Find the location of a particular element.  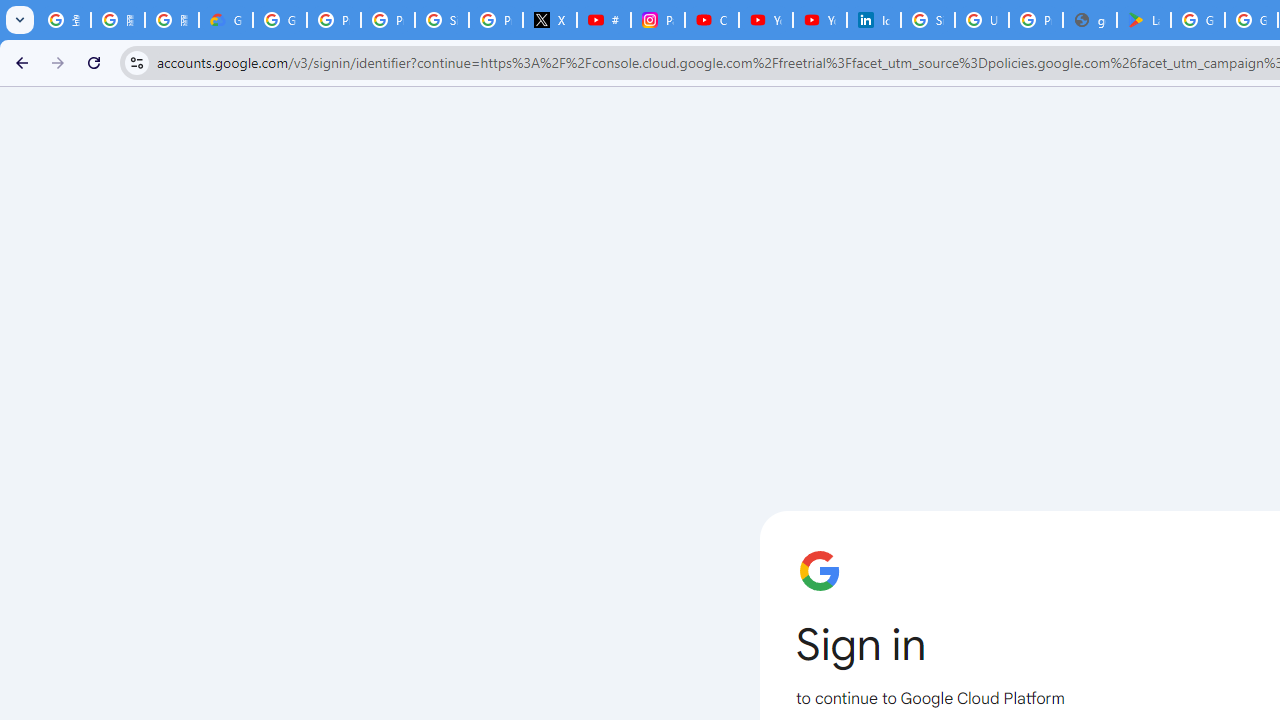

'#nbabasketballhighlights - YouTube' is located at coordinates (603, 20).